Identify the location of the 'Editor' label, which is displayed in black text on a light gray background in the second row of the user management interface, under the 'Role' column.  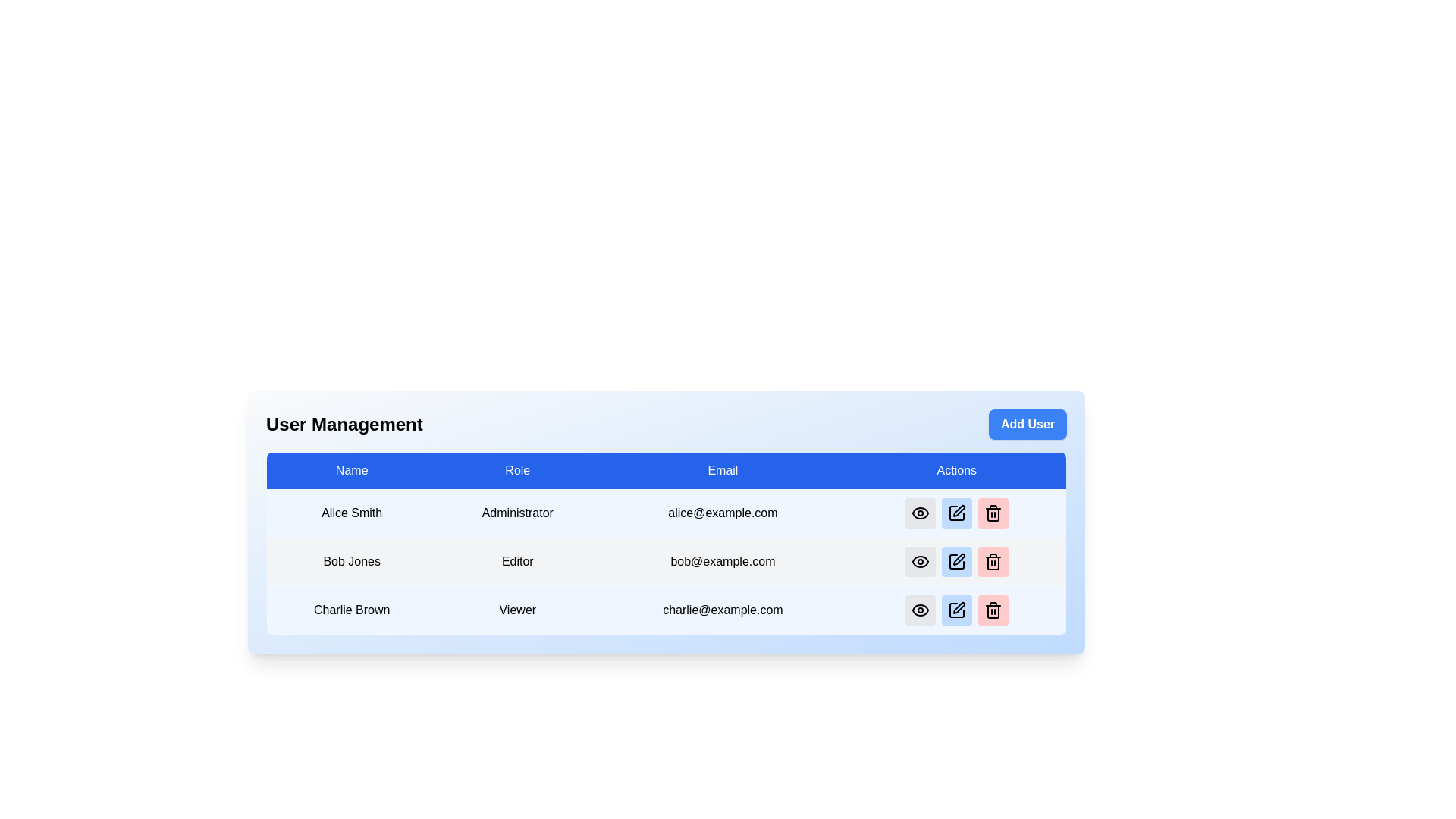
(517, 561).